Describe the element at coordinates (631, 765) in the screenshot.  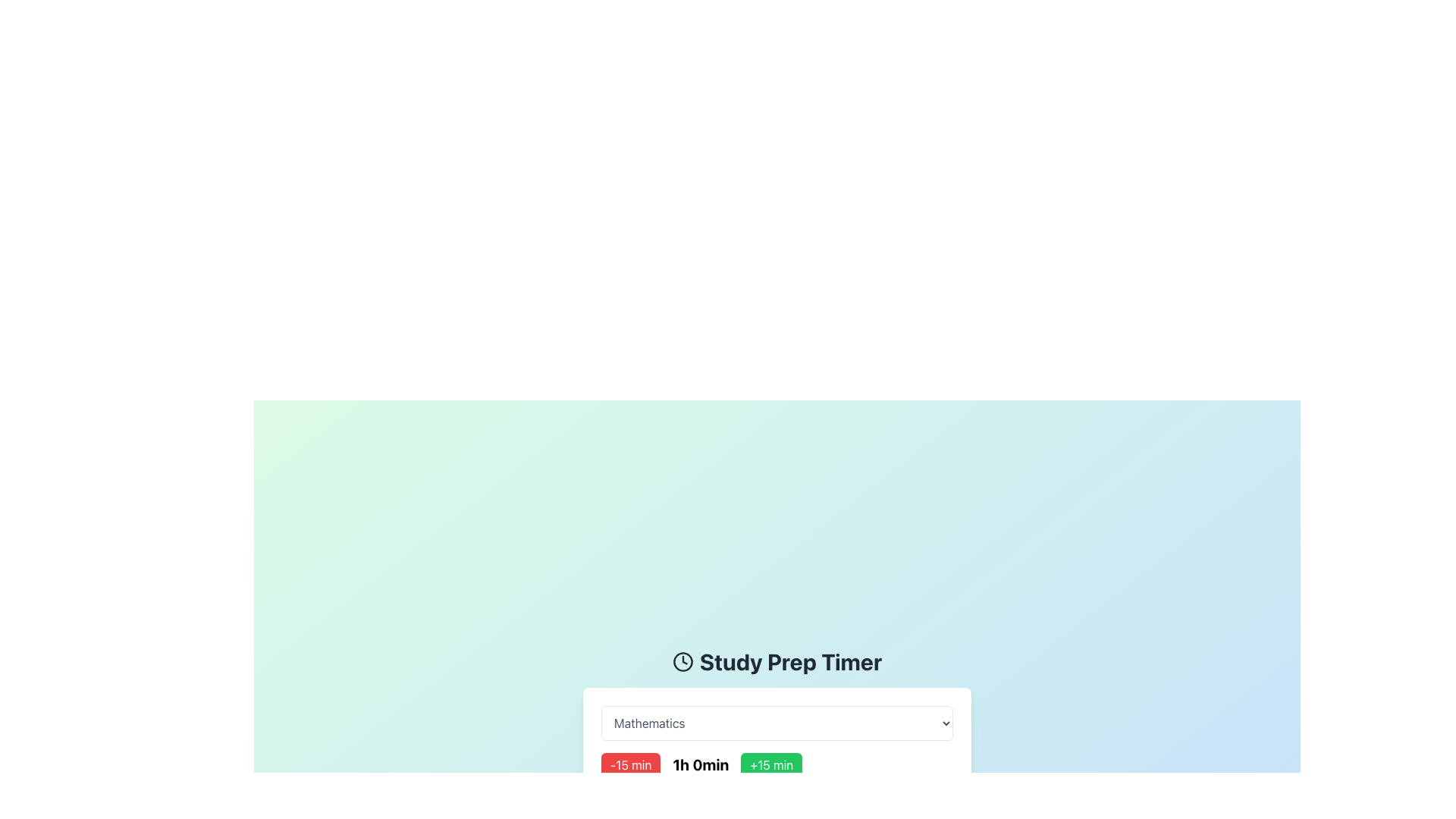
I see `the red button labeled '-15 min' to decrease the timer by 15 minutes` at that location.